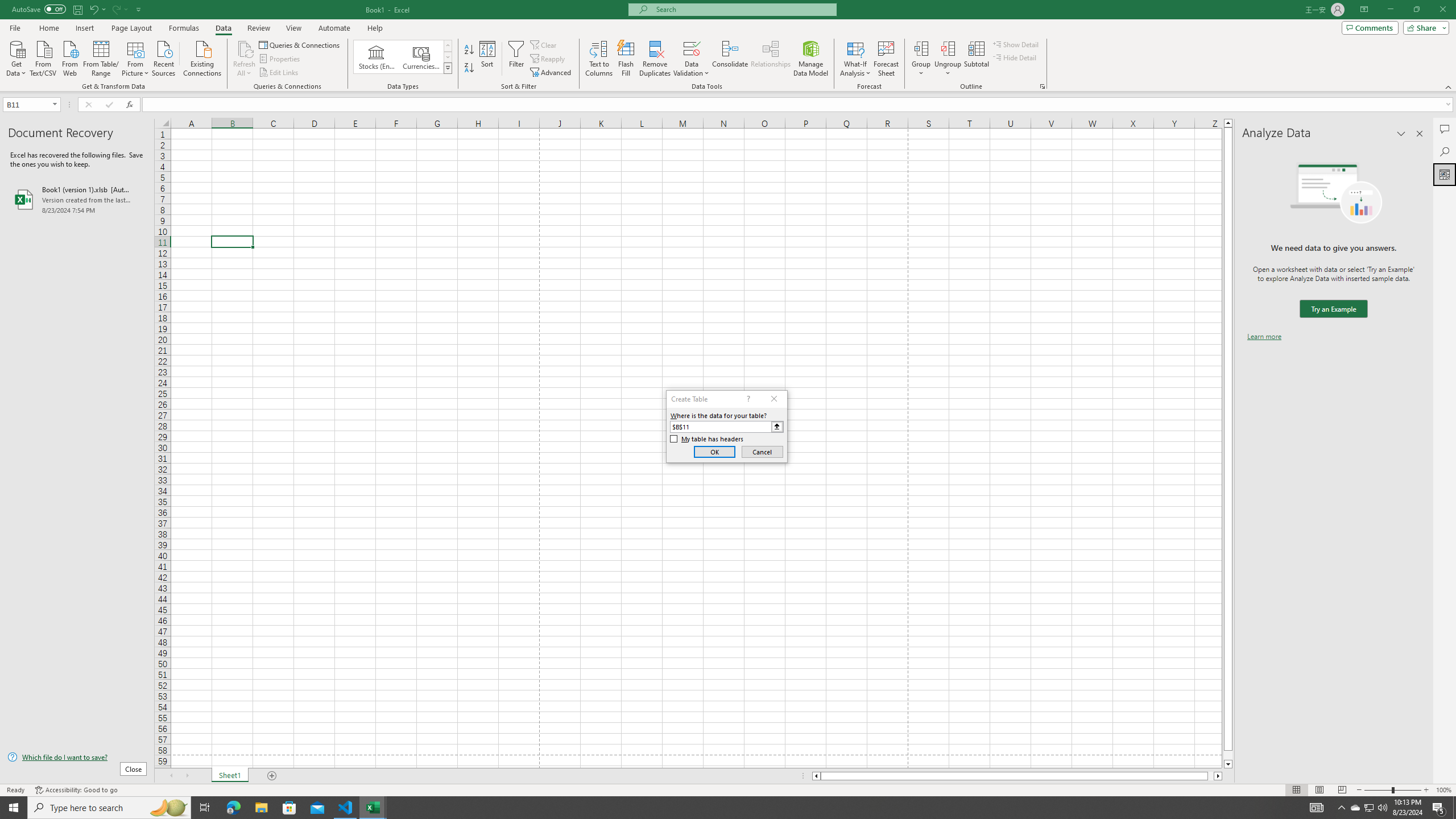 The height and width of the screenshot is (819, 1456). What do you see at coordinates (1041, 85) in the screenshot?
I see `'Group and Outline Settings'` at bounding box center [1041, 85].